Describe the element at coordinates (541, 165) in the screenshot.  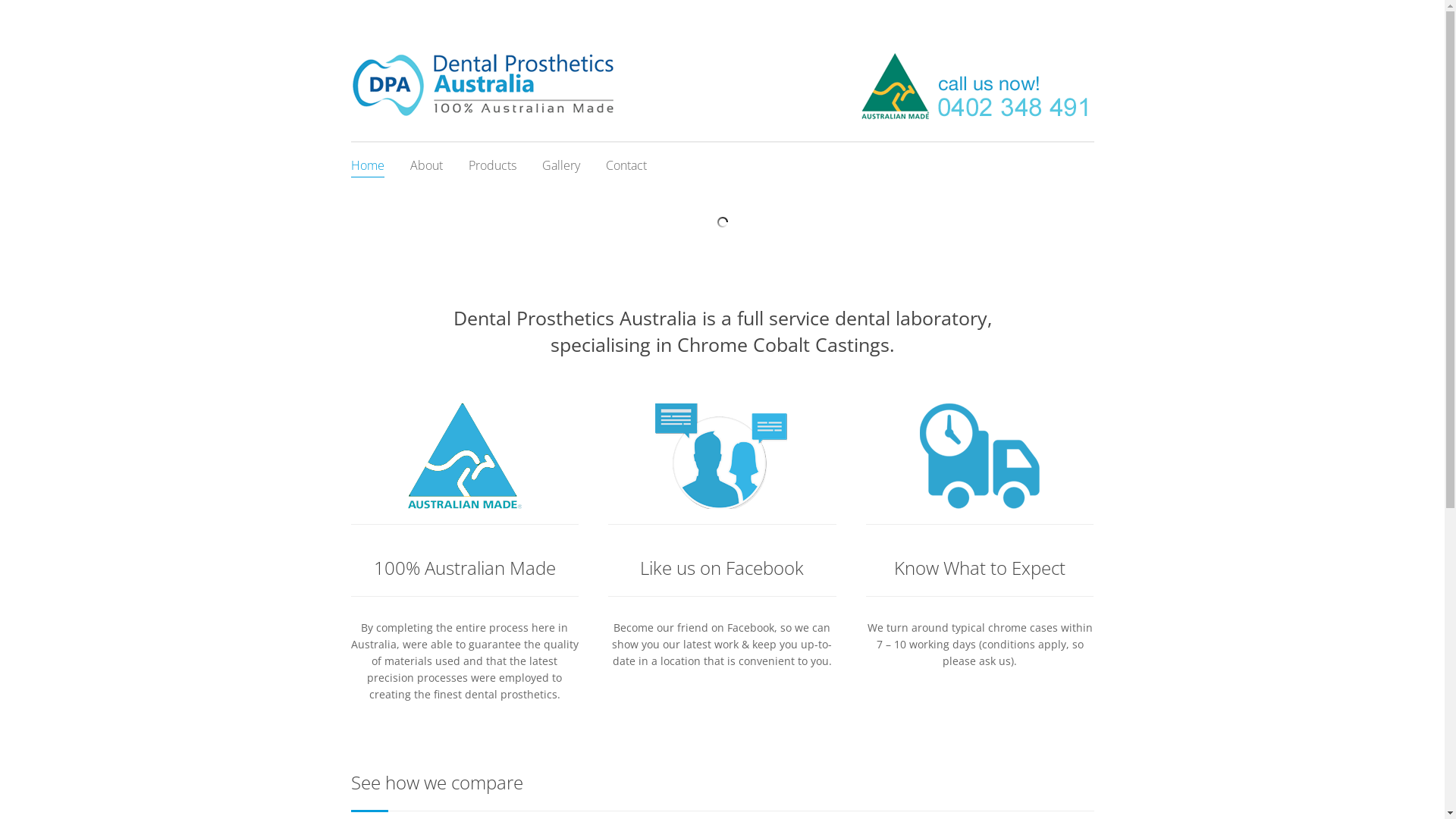
I see `'Gallery'` at that location.